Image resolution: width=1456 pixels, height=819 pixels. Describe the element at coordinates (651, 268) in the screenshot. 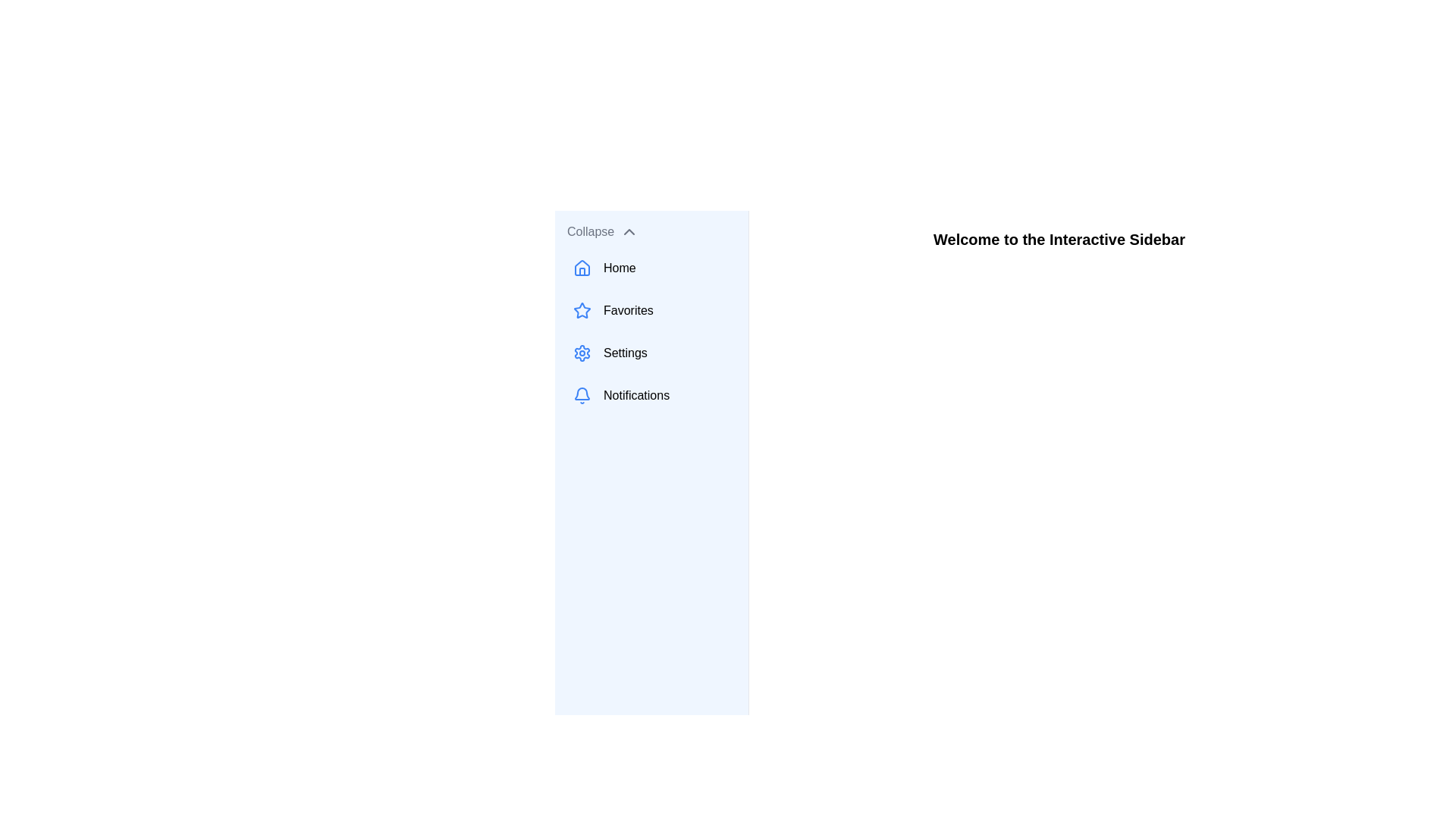

I see `the first navigation item labeled 'Home' in the sidebar under 'Collapse', which is positioned above 'Favorites', 'Settings', and 'Notifications'` at that location.